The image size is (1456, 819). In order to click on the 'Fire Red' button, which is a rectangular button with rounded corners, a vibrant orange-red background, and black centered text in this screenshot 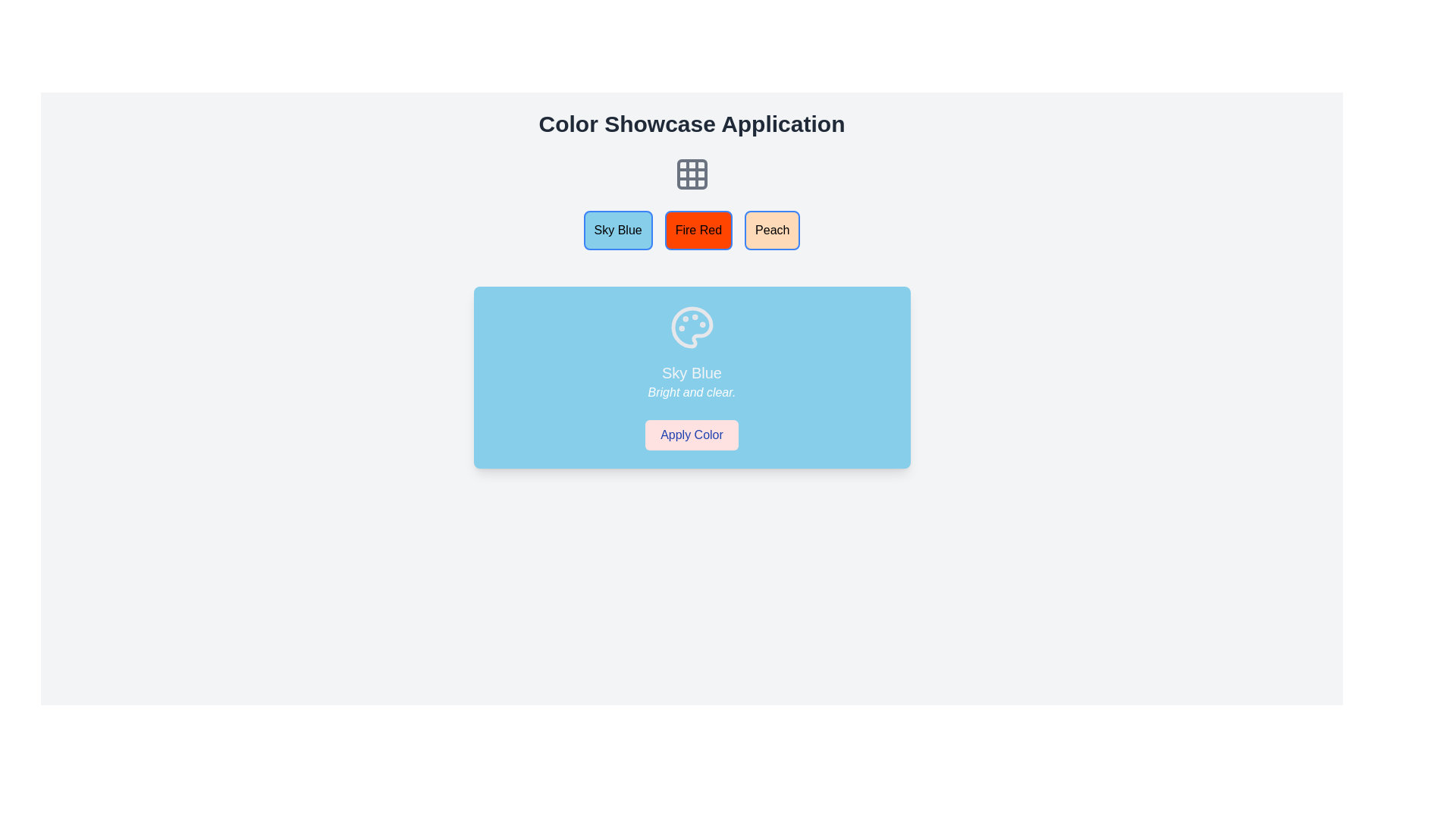, I will do `click(698, 231)`.